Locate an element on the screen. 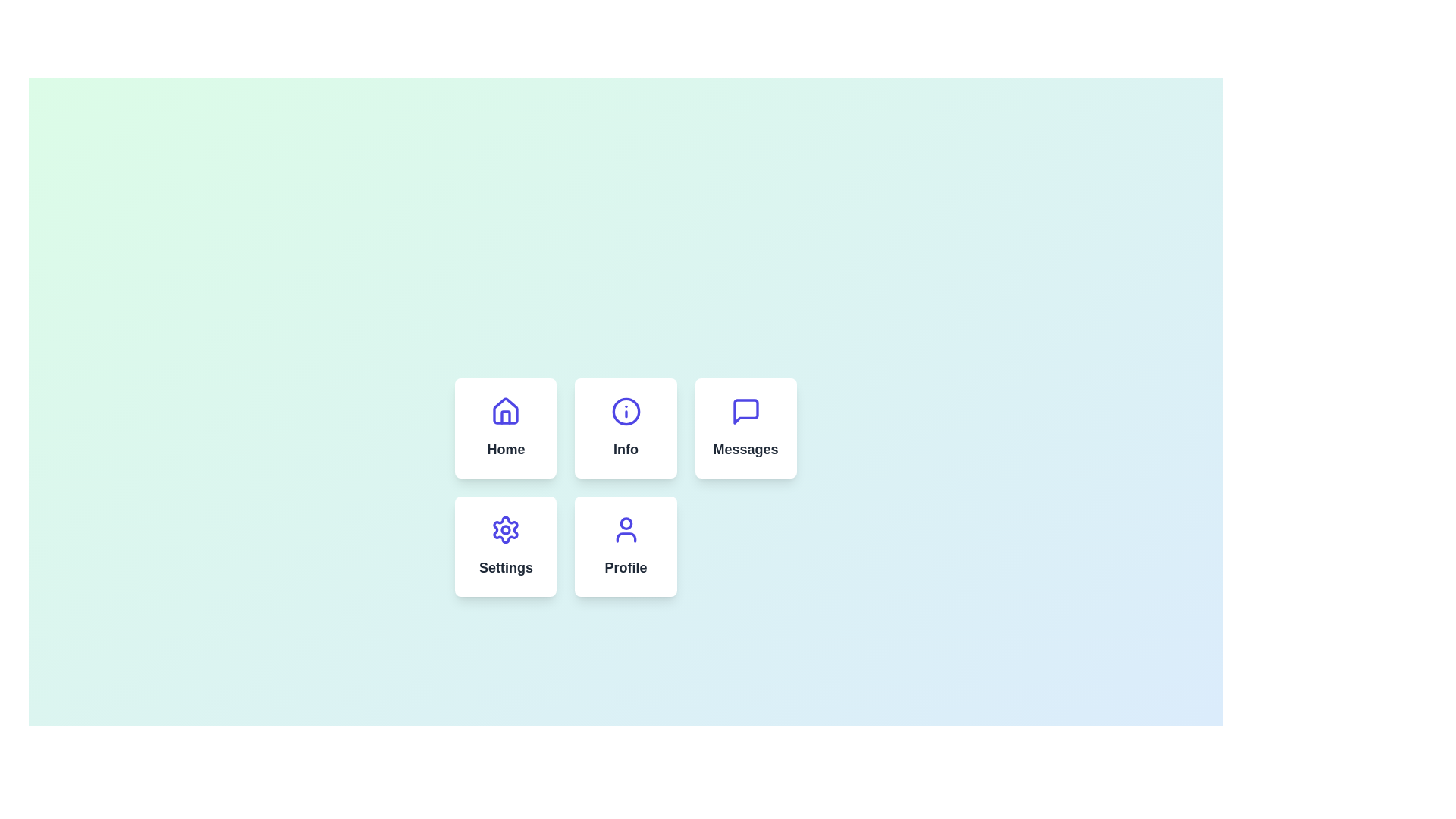 The width and height of the screenshot is (1456, 819). the blue house icon located in the first grid cell of a 2x3 layout, which features a solid design with a doorway is located at coordinates (506, 411).